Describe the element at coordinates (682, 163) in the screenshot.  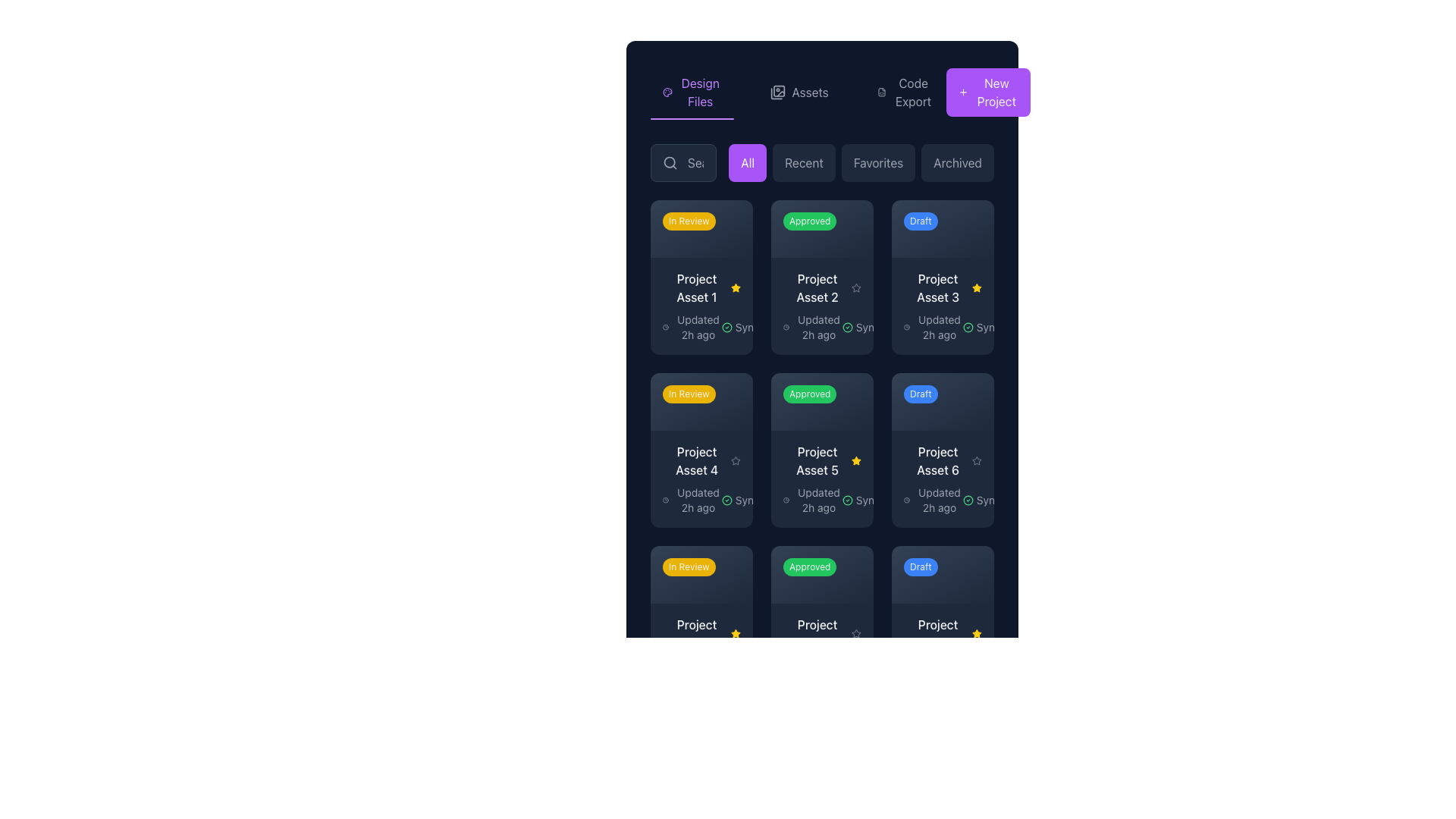
I see `the search input field located at the top left of the interface` at that location.